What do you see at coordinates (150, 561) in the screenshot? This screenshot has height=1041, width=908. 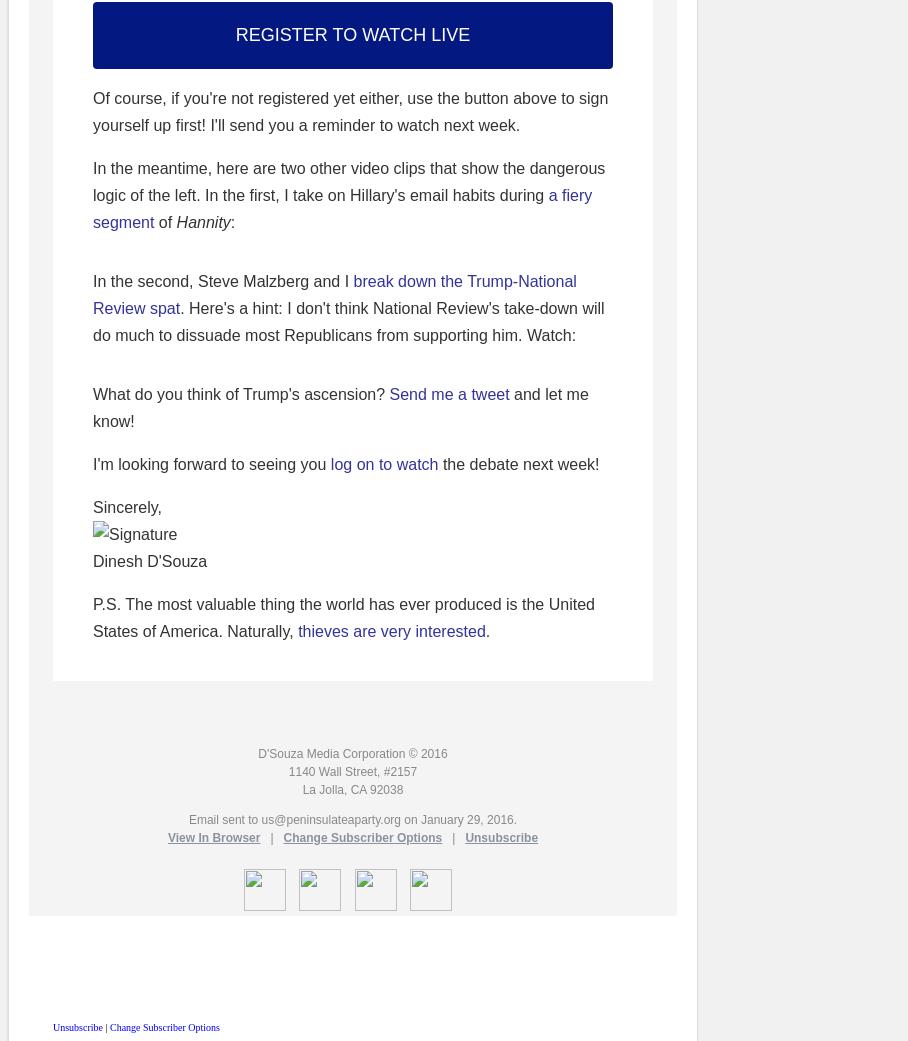 I see `'Dinesh D'Souza'` at bounding box center [150, 561].